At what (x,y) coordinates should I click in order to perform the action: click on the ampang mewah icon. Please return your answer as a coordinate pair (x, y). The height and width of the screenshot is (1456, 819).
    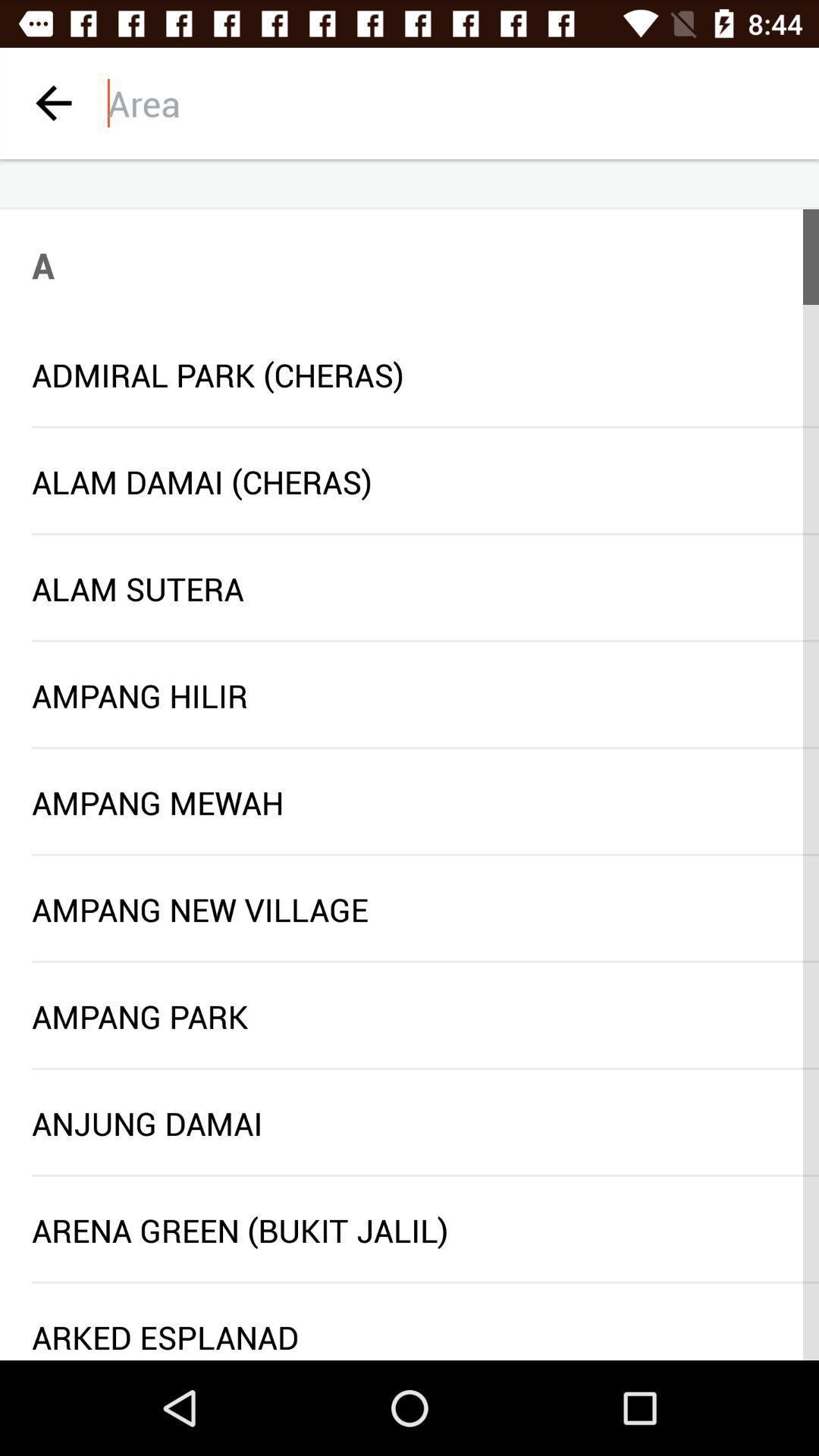
    Looking at the image, I should click on (409, 802).